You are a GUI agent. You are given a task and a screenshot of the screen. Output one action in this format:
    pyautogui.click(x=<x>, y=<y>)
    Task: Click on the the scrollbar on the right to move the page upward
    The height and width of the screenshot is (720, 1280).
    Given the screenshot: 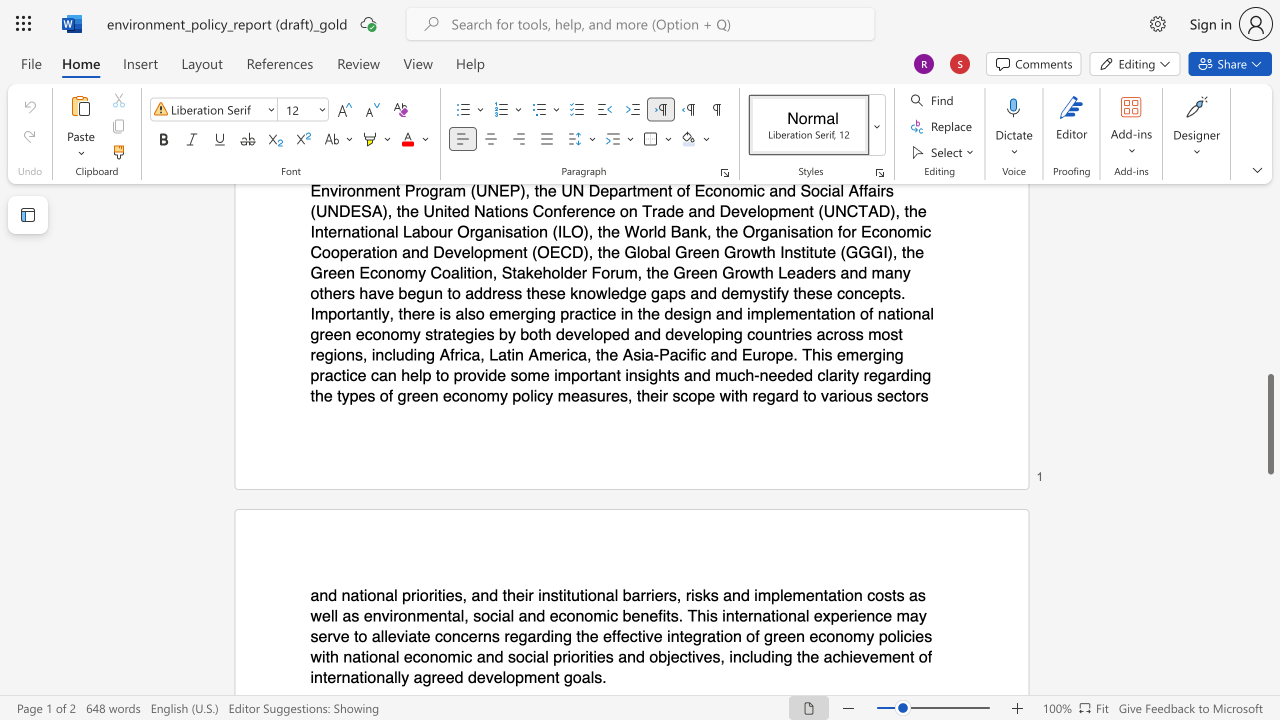 What is the action you would take?
    pyautogui.click(x=1269, y=370)
    